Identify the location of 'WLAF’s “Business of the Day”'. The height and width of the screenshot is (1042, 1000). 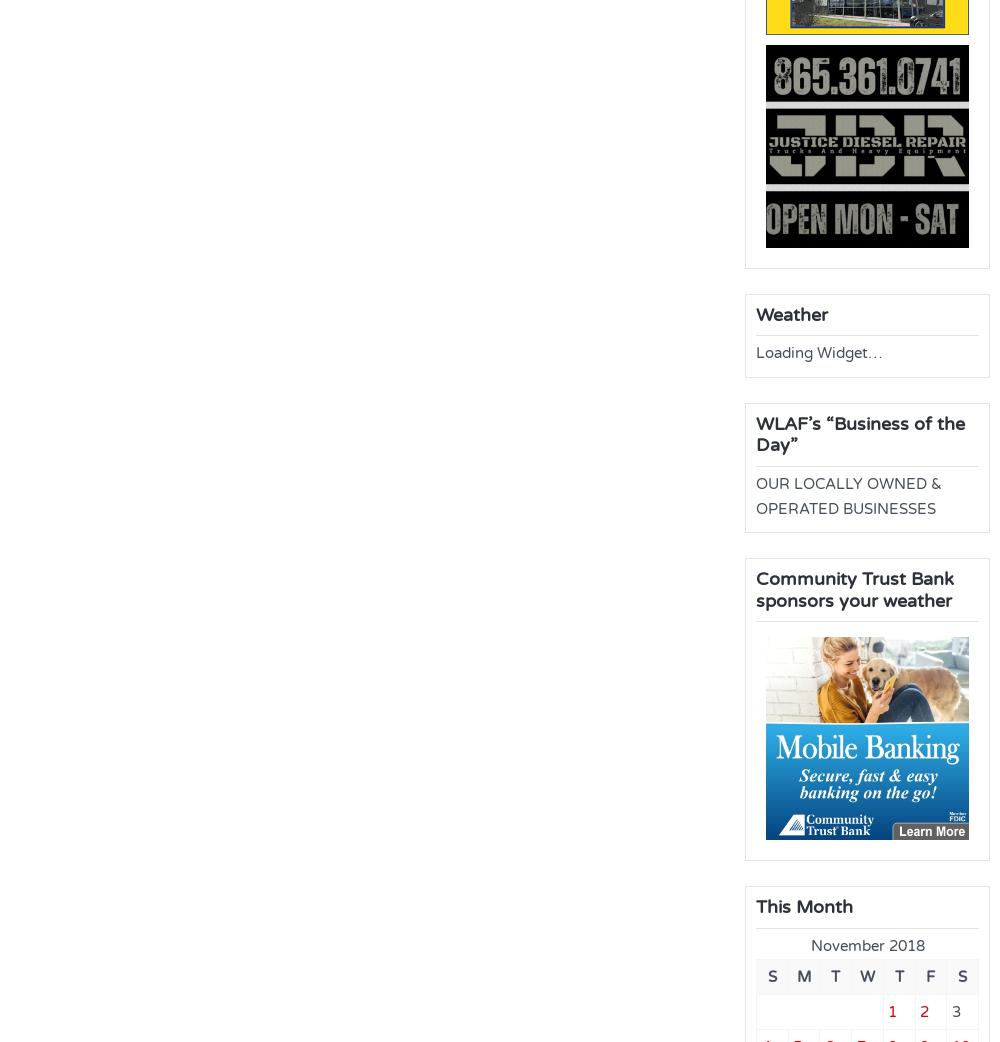
(859, 432).